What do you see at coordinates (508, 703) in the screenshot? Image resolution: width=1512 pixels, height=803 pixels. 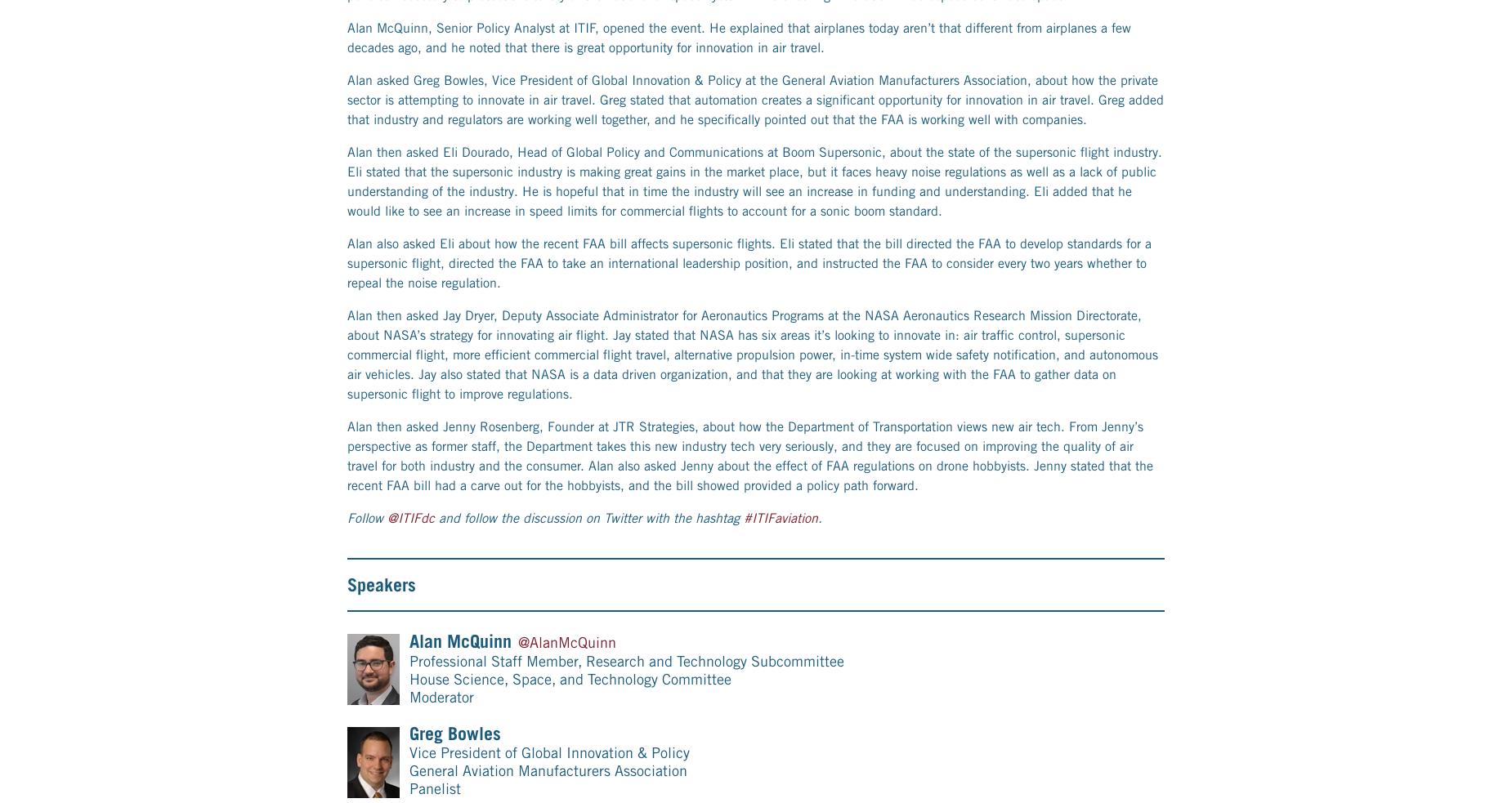 I see `'700 K Street NW, Suite 600'` at bounding box center [508, 703].